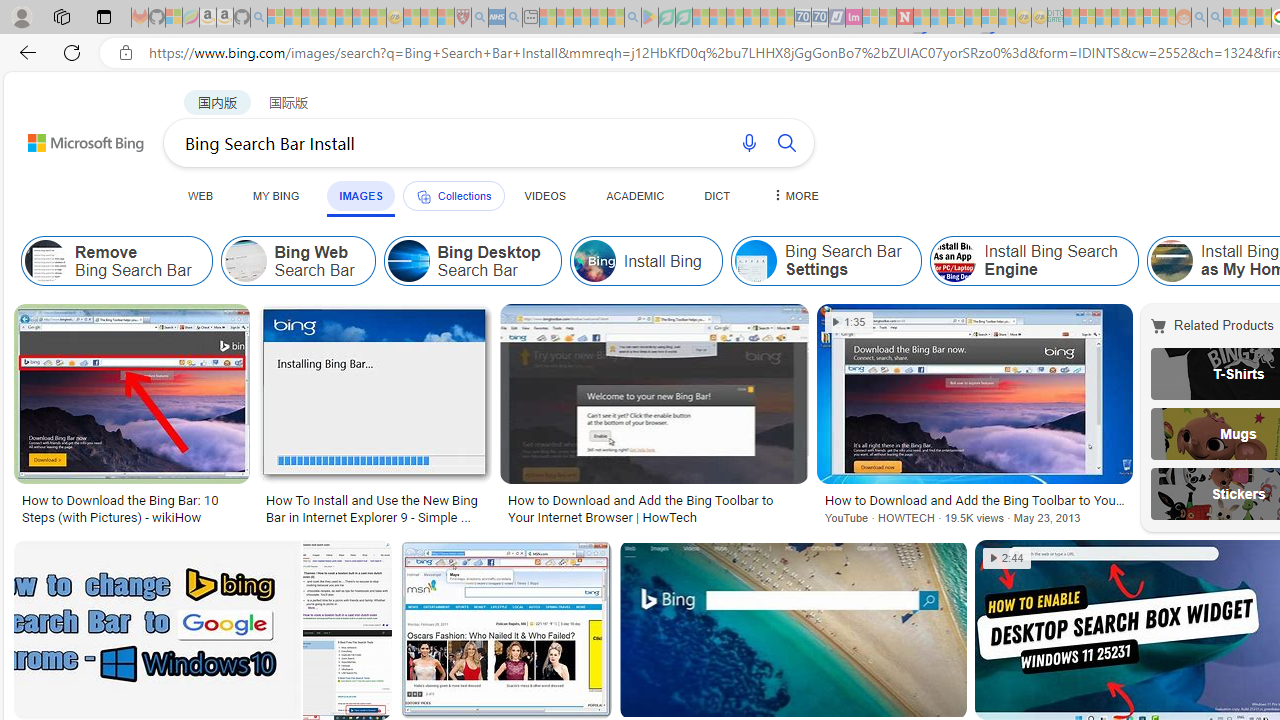 This screenshot has height=720, width=1280. What do you see at coordinates (1007, 558) in the screenshot?
I see `'2:44'` at bounding box center [1007, 558].